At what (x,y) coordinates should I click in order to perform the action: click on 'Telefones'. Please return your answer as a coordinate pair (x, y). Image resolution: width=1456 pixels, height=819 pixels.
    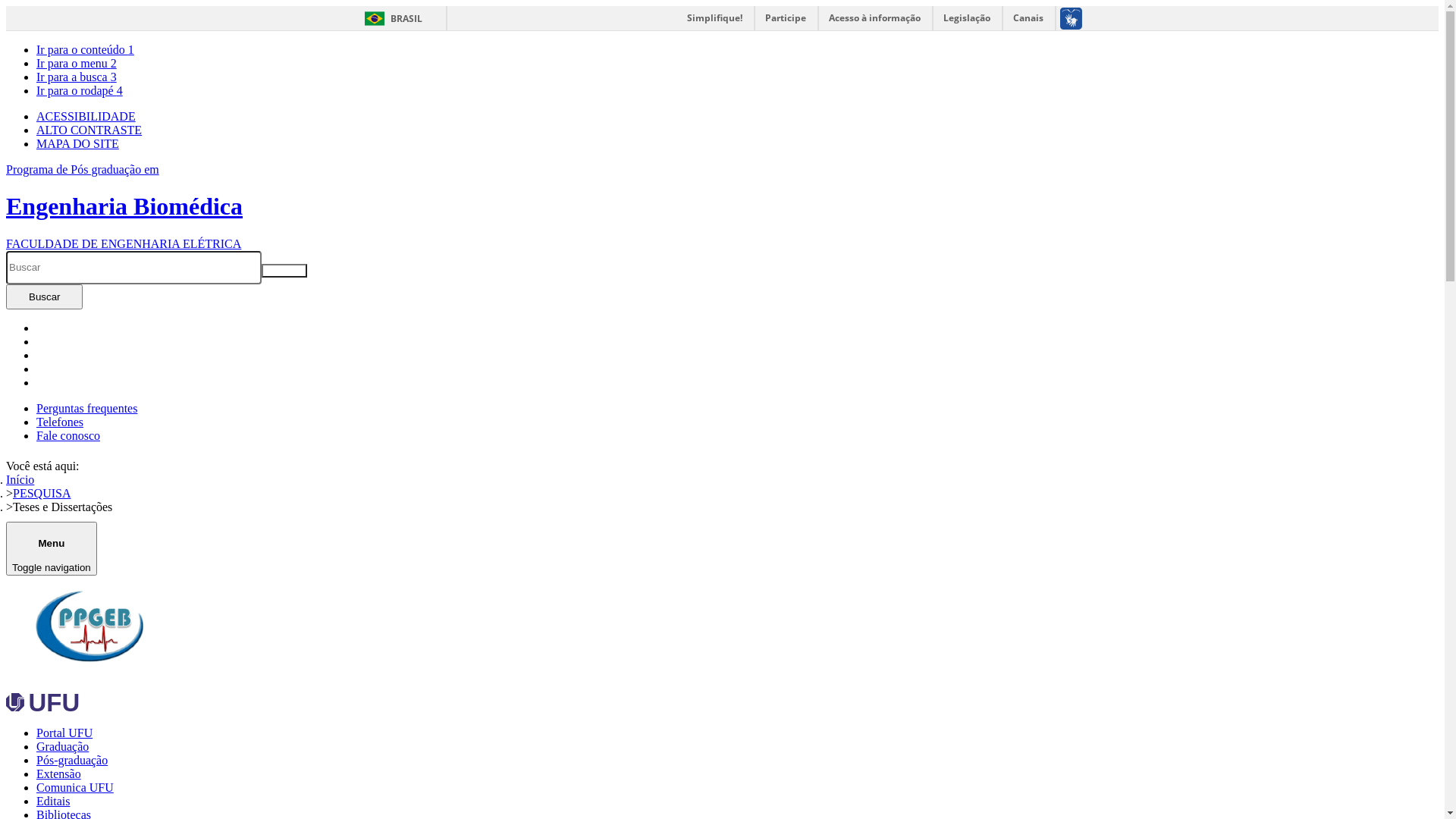
    Looking at the image, I should click on (36, 422).